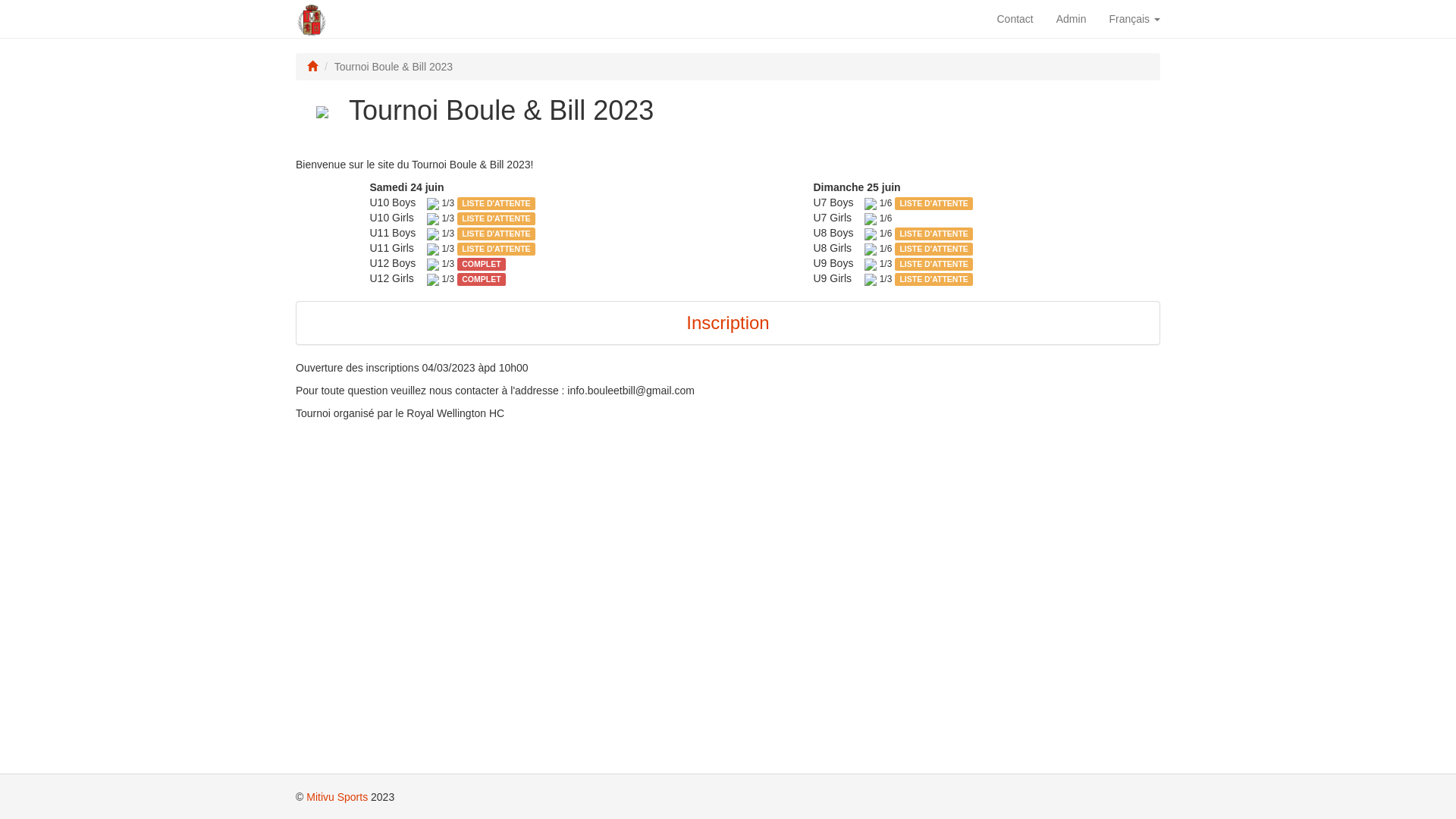 Image resolution: width=1456 pixels, height=819 pixels. Describe the element at coordinates (726, 322) in the screenshot. I see `'Inscription'` at that location.